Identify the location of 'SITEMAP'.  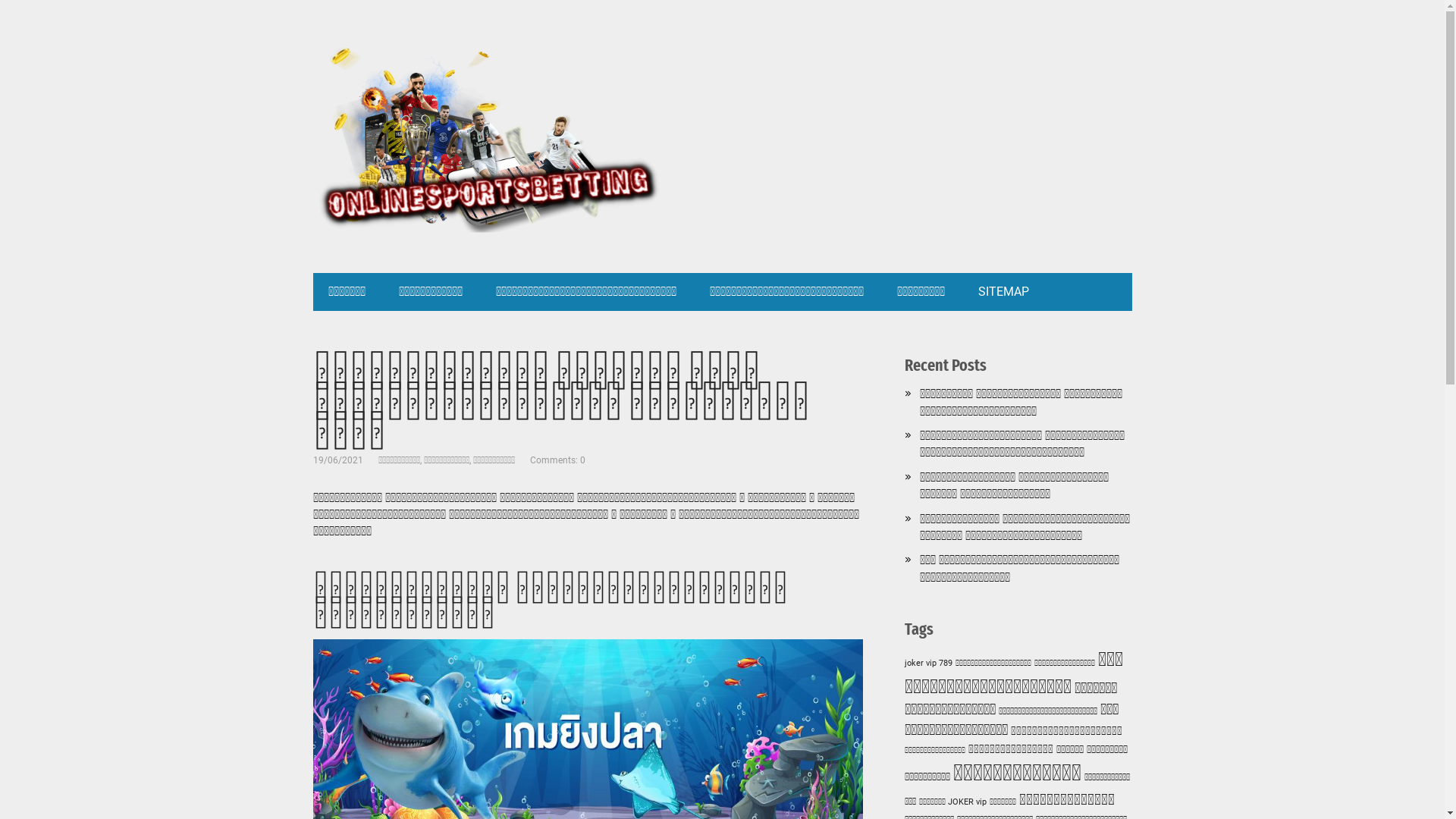
(1003, 292).